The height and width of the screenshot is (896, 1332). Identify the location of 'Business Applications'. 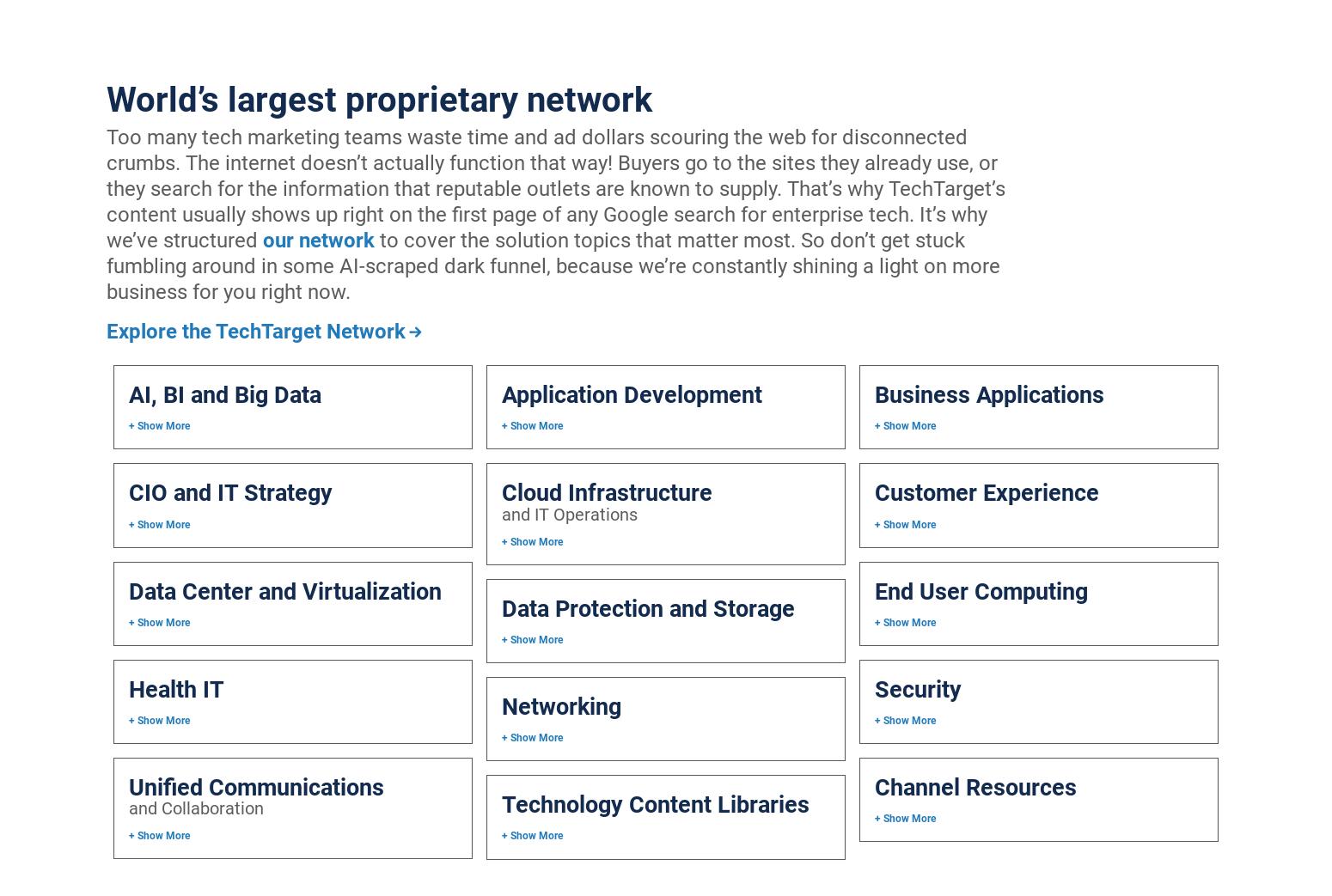
(873, 393).